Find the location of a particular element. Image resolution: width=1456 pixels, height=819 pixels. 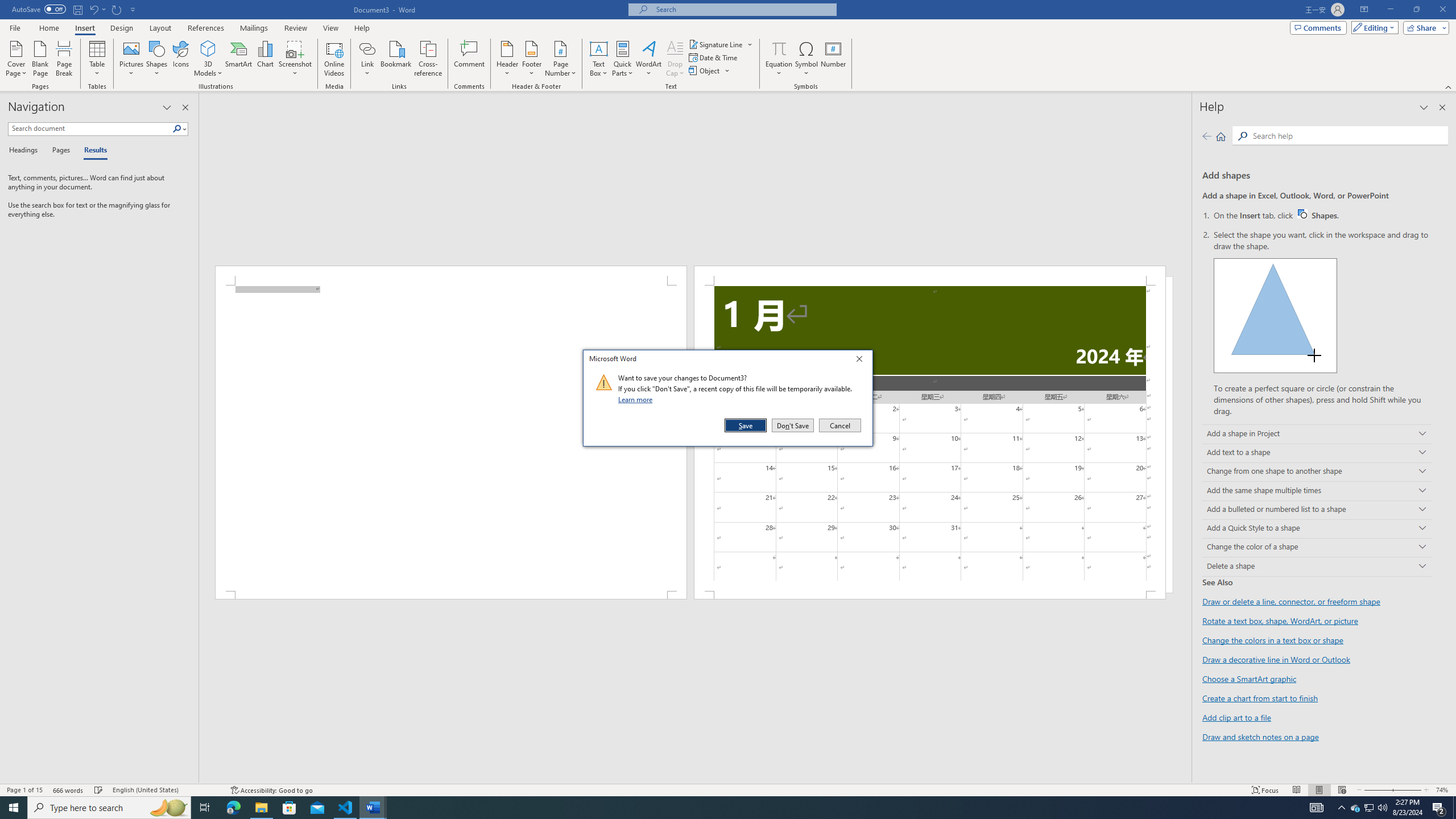

'Comments' is located at coordinates (1318, 27).